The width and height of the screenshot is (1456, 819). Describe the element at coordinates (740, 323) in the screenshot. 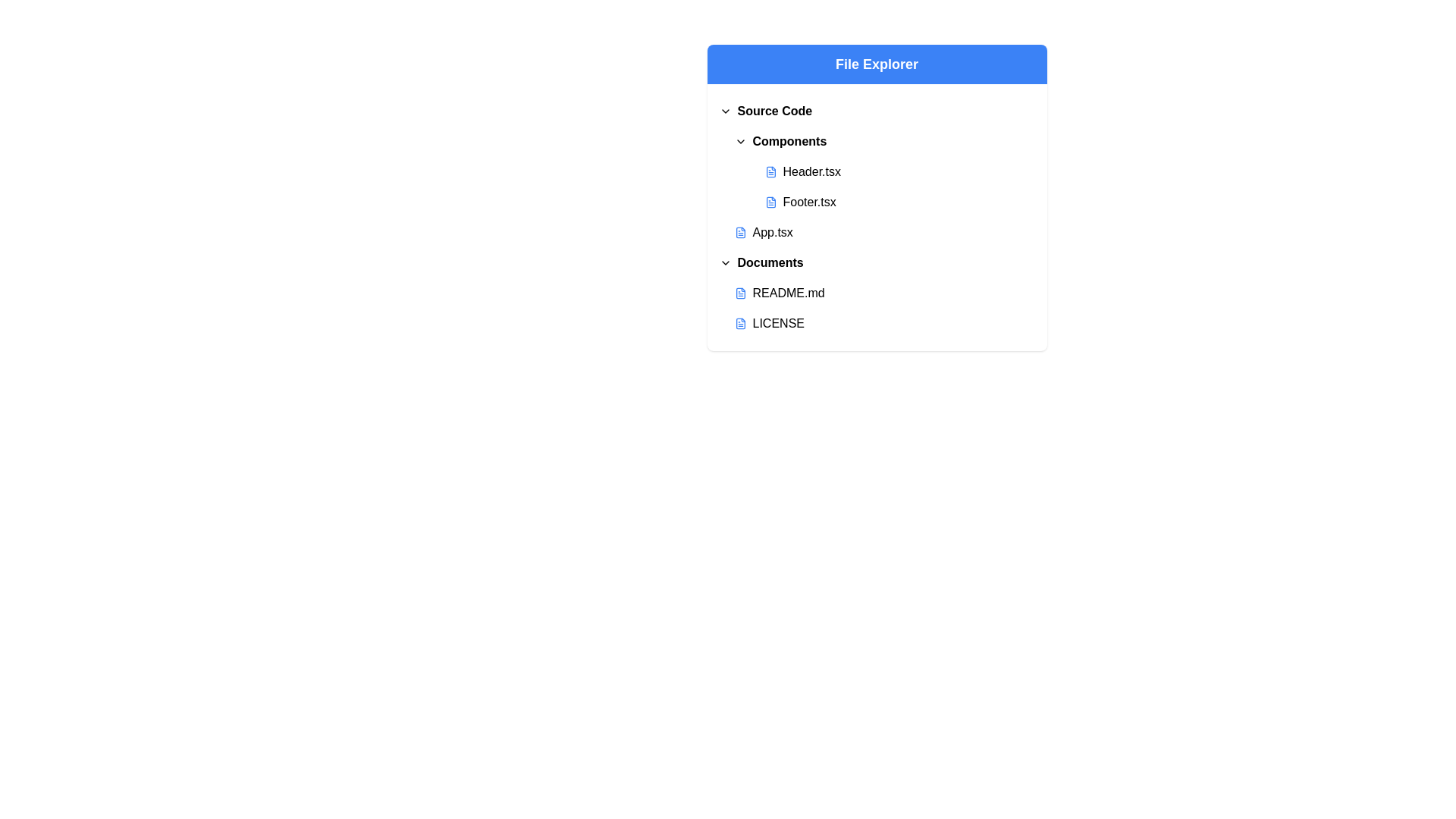

I see `the rectangular body of the file icon representing the document outline` at that location.